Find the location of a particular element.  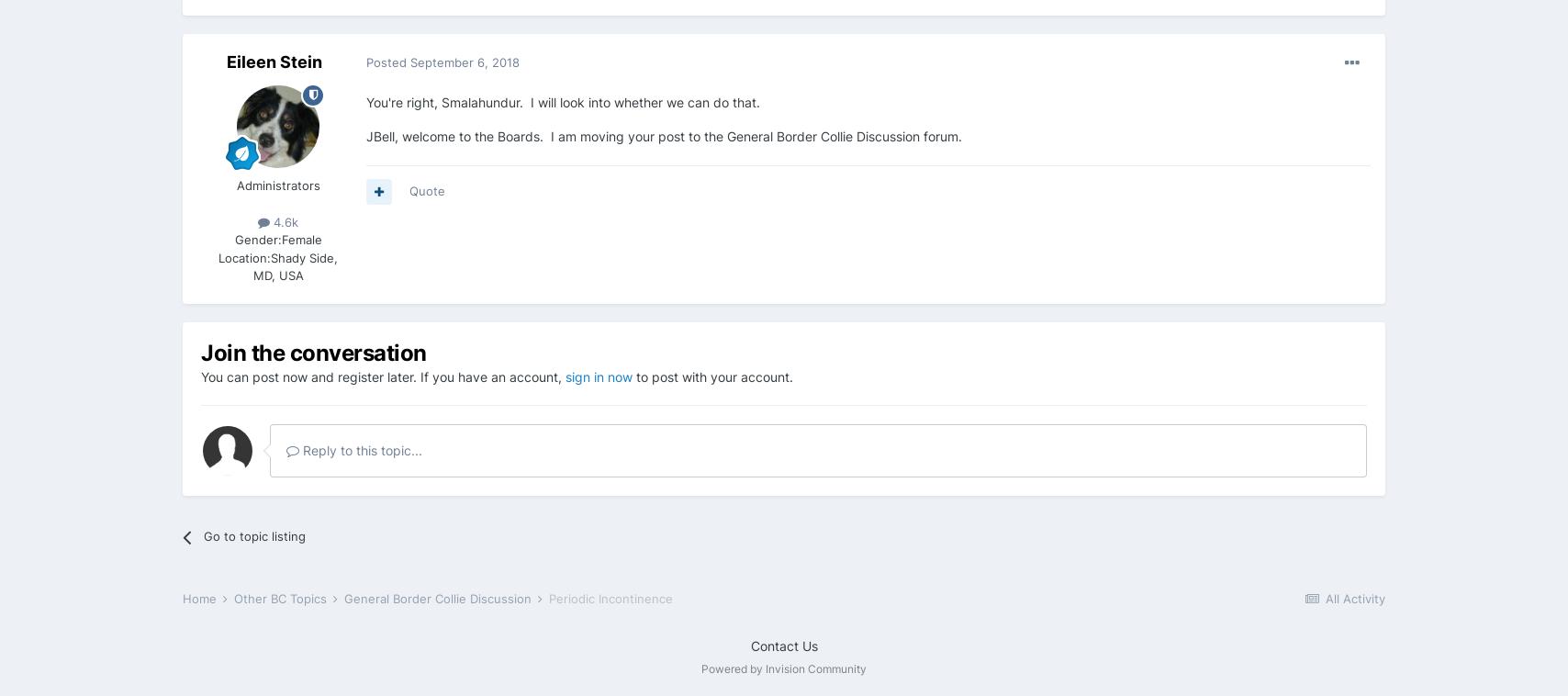

'JBell, welcome to the Boards.  I am moving your post to the General Border Collie Discussion forum.' is located at coordinates (664, 134).